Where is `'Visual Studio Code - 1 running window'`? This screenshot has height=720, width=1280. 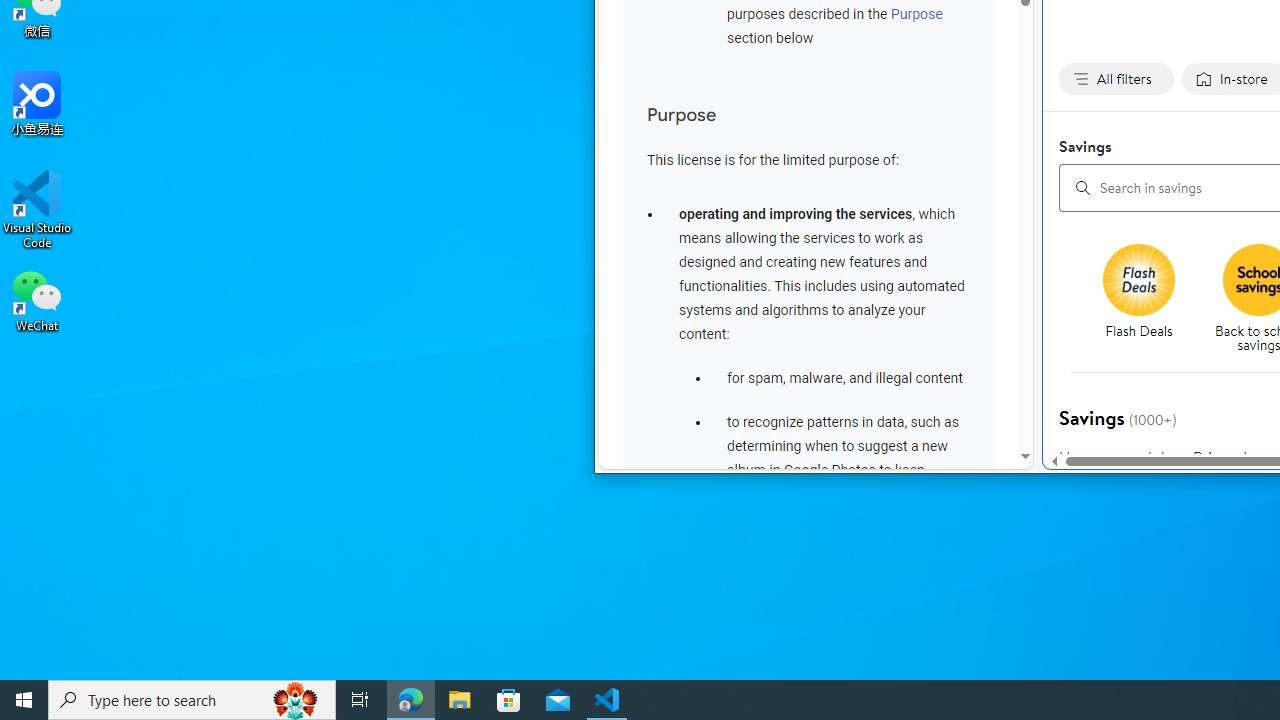
'Visual Studio Code - 1 running window' is located at coordinates (606, 698).